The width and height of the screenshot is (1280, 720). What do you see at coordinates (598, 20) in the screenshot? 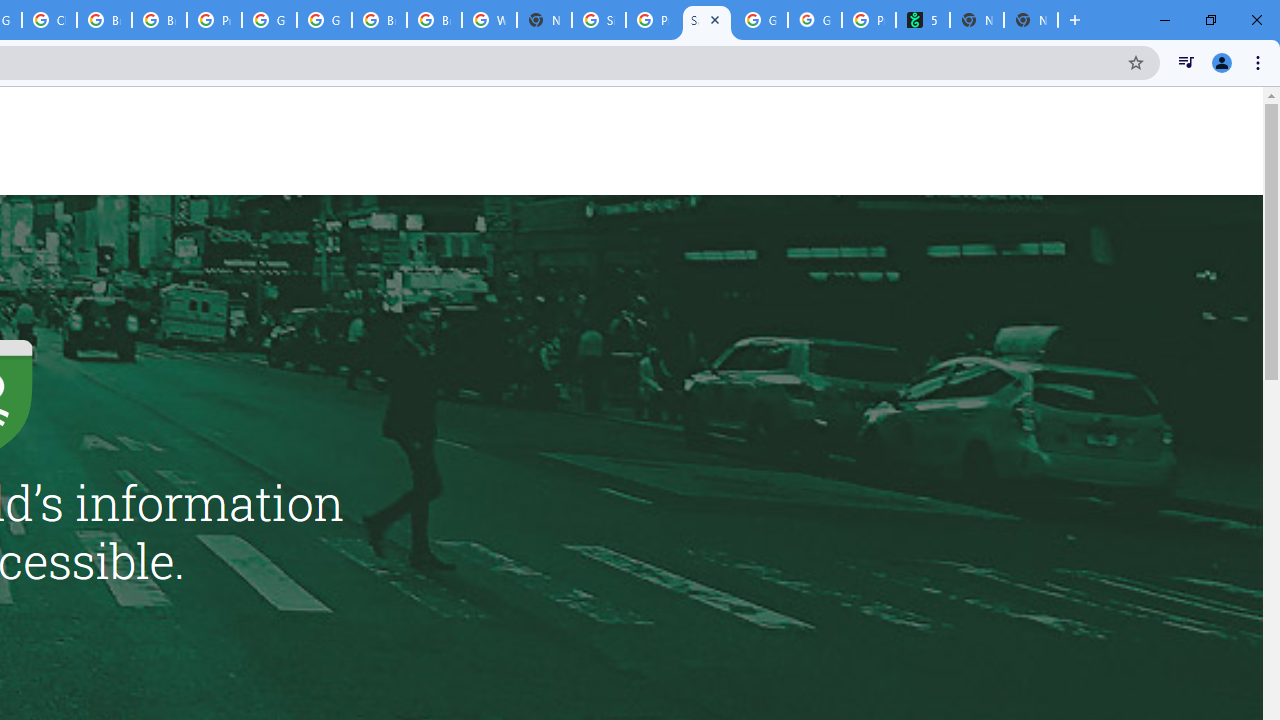
I see `'Sign in - Google Accounts'` at bounding box center [598, 20].